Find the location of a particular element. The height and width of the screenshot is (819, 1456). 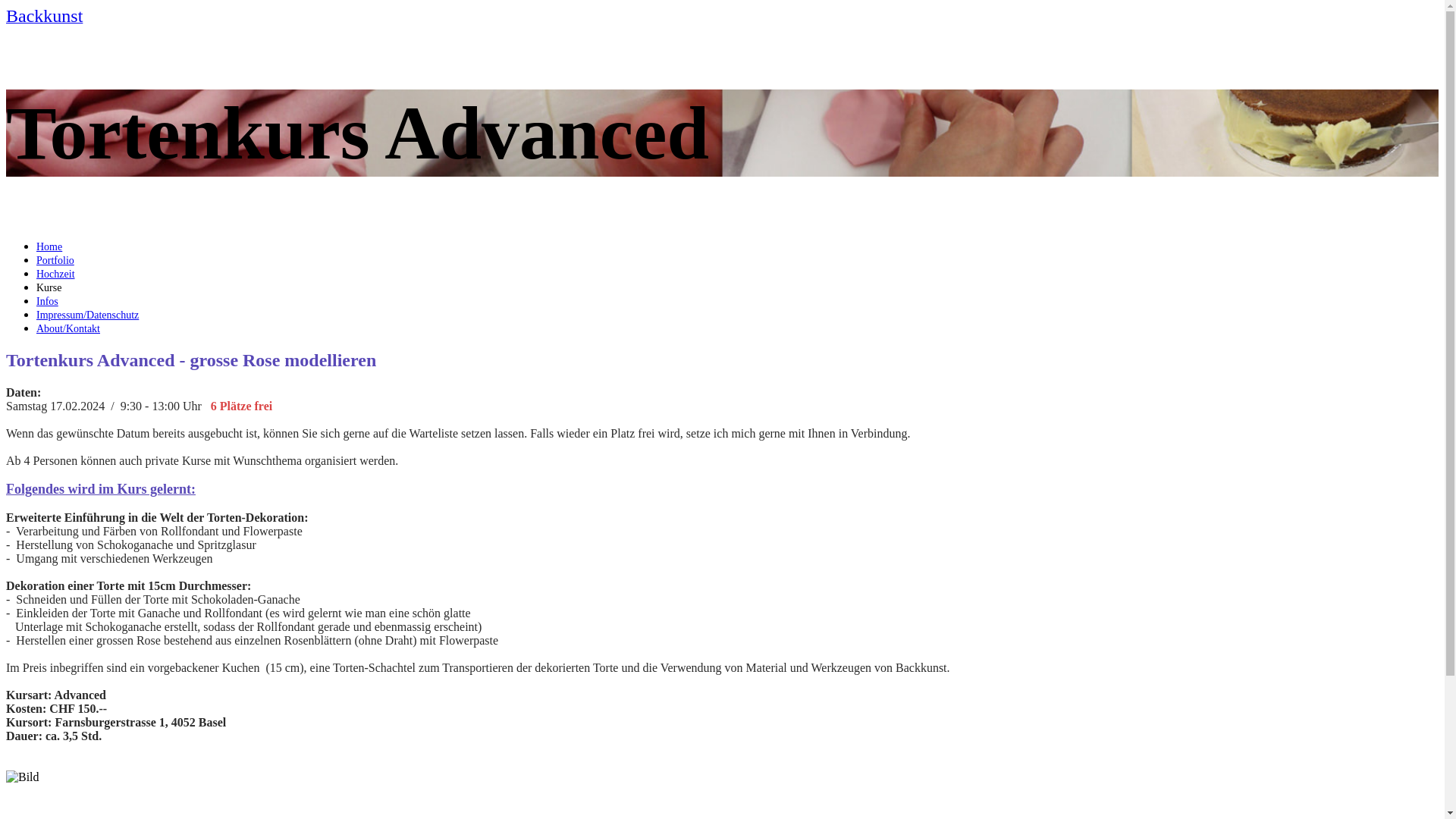

'Kurse' is located at coordinates (49, 287).